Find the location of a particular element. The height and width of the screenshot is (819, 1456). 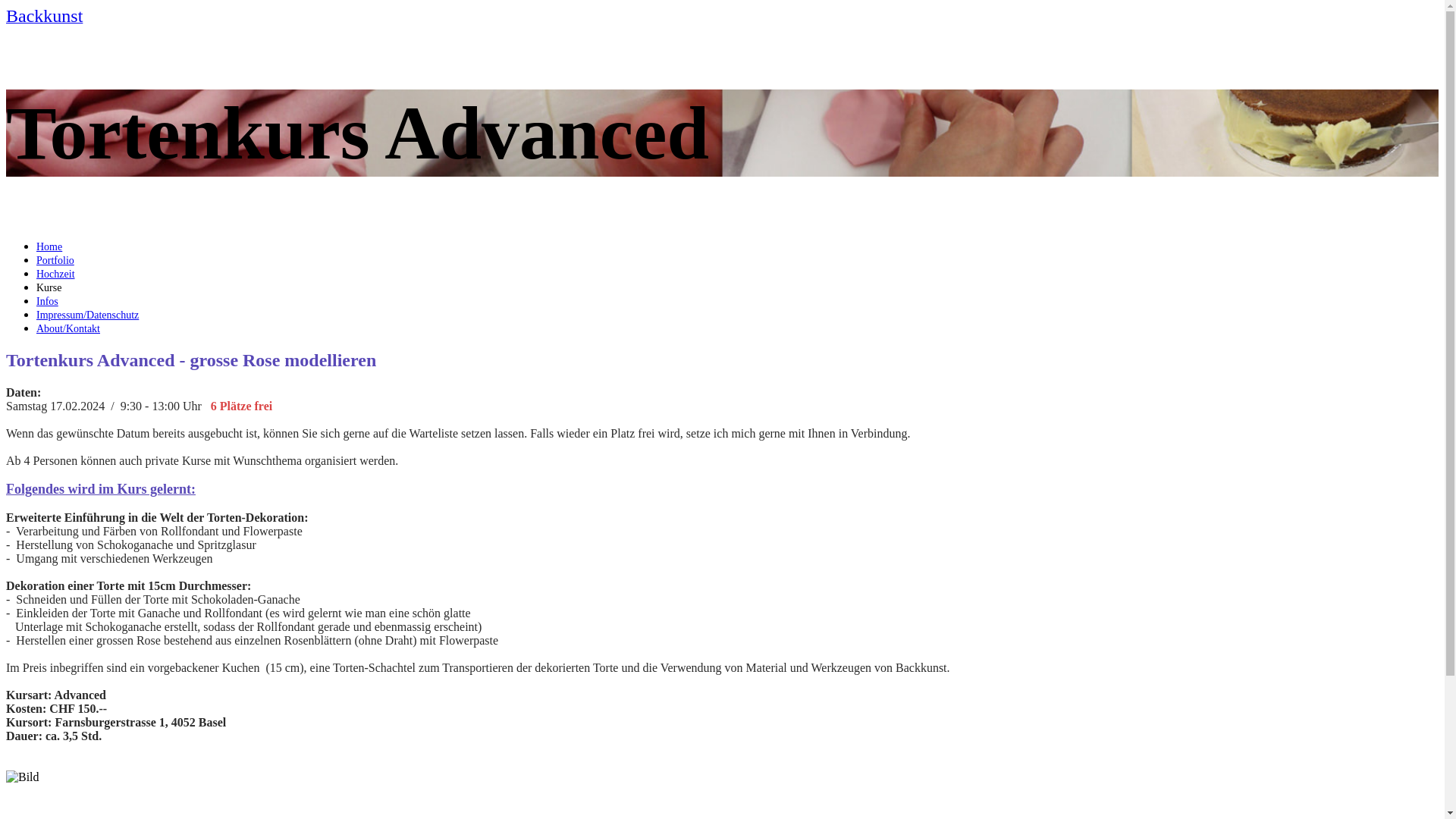

'Kurse' is located at coordinates (49, 287).